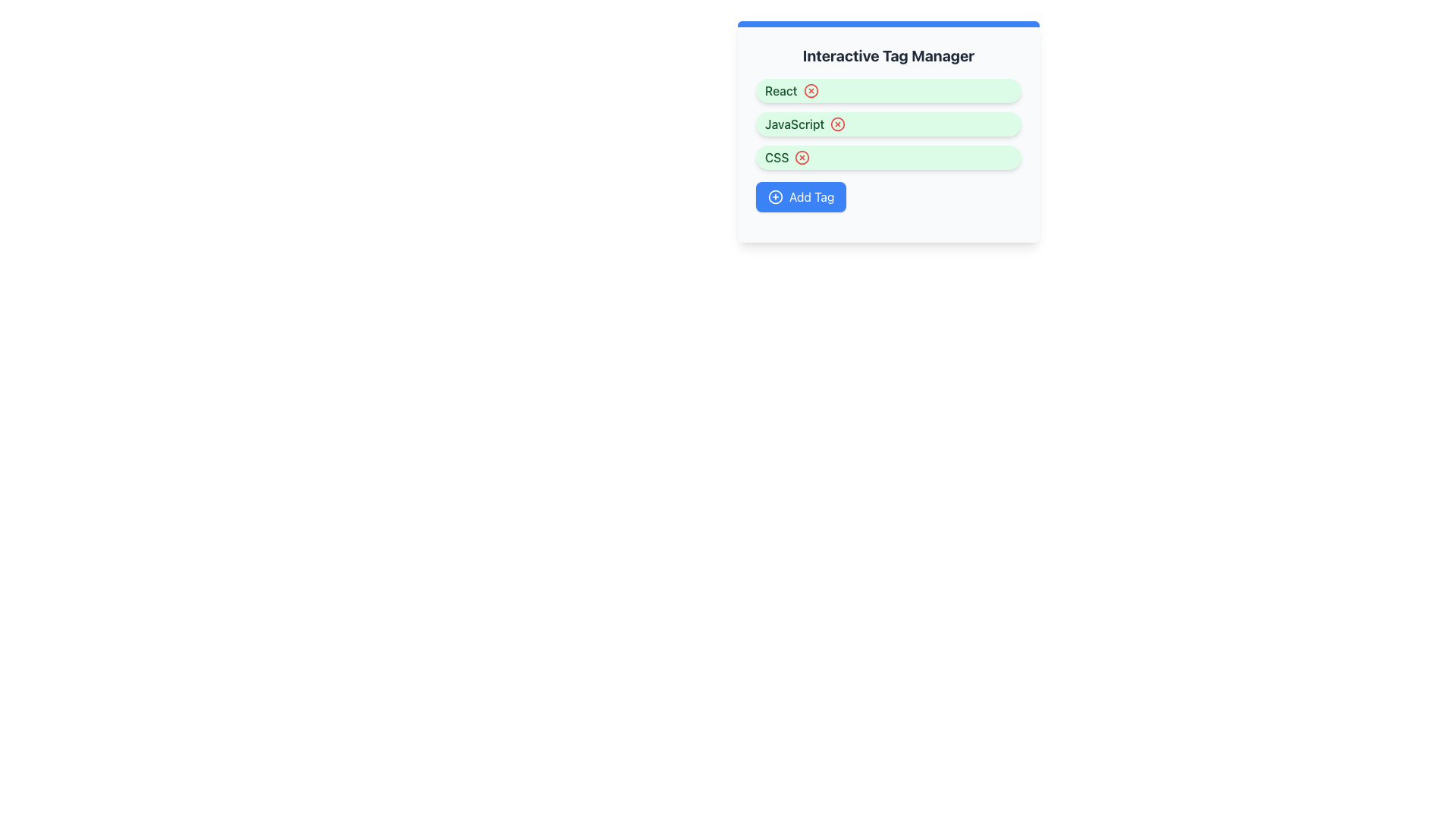 This screenshot has height=819, width=1456. What do you see at coordinates (888, 124) in the screenshot?
I see `the second tag in the 'Interactive Tag Manager'` at bounding box center [888, 124].